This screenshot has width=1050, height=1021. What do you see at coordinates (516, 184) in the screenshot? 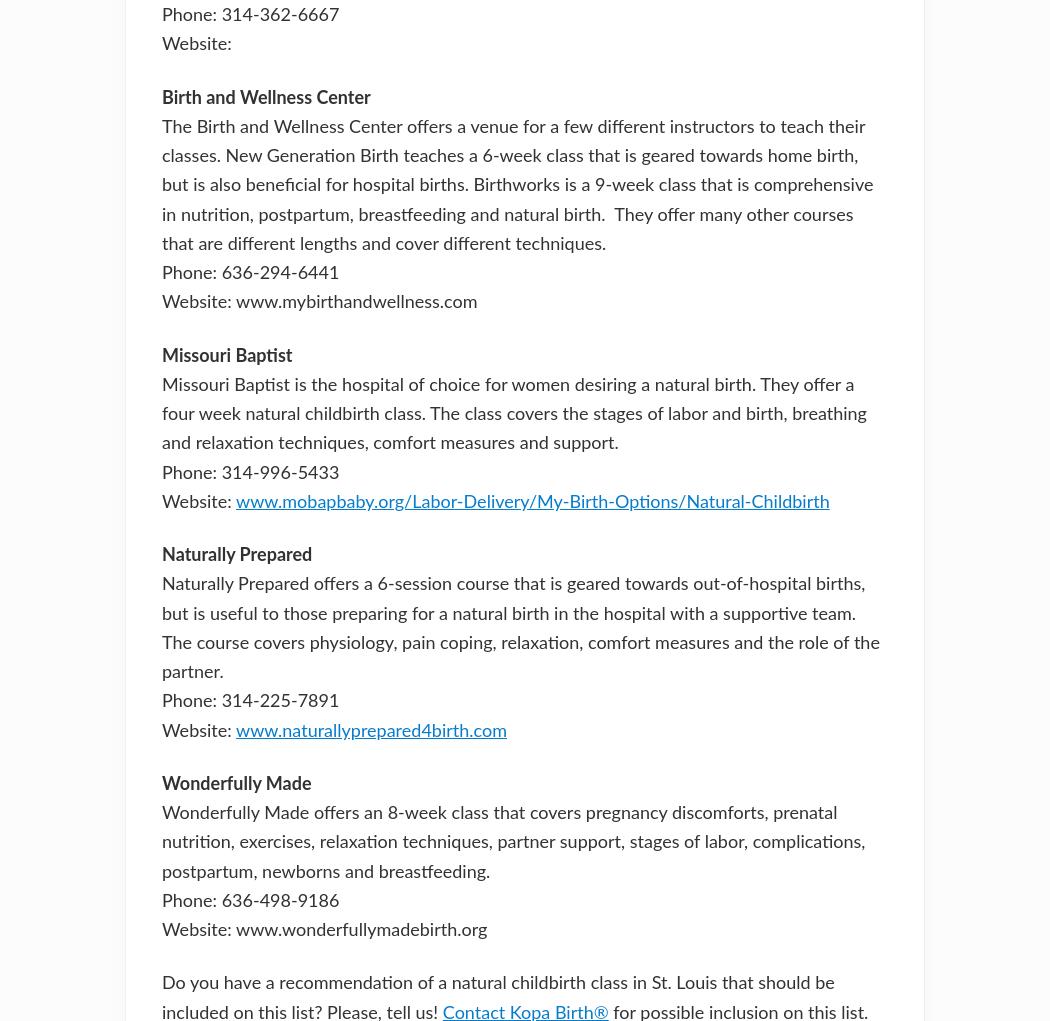
I see `'The Birth and Wellness Center offers a venue for a few different instructors to teach their classes. New Generation Birth teaches a 6-week class that is geared towards home birth, but is also beneficial for hospital births. Birthworks is a 9-week class that is comprehensive in nutrition, postpartum, breastfeeding and natural birth.  They offer many other courses that are different lengths and cover different techniques.'` at bounding box center [516, 184].